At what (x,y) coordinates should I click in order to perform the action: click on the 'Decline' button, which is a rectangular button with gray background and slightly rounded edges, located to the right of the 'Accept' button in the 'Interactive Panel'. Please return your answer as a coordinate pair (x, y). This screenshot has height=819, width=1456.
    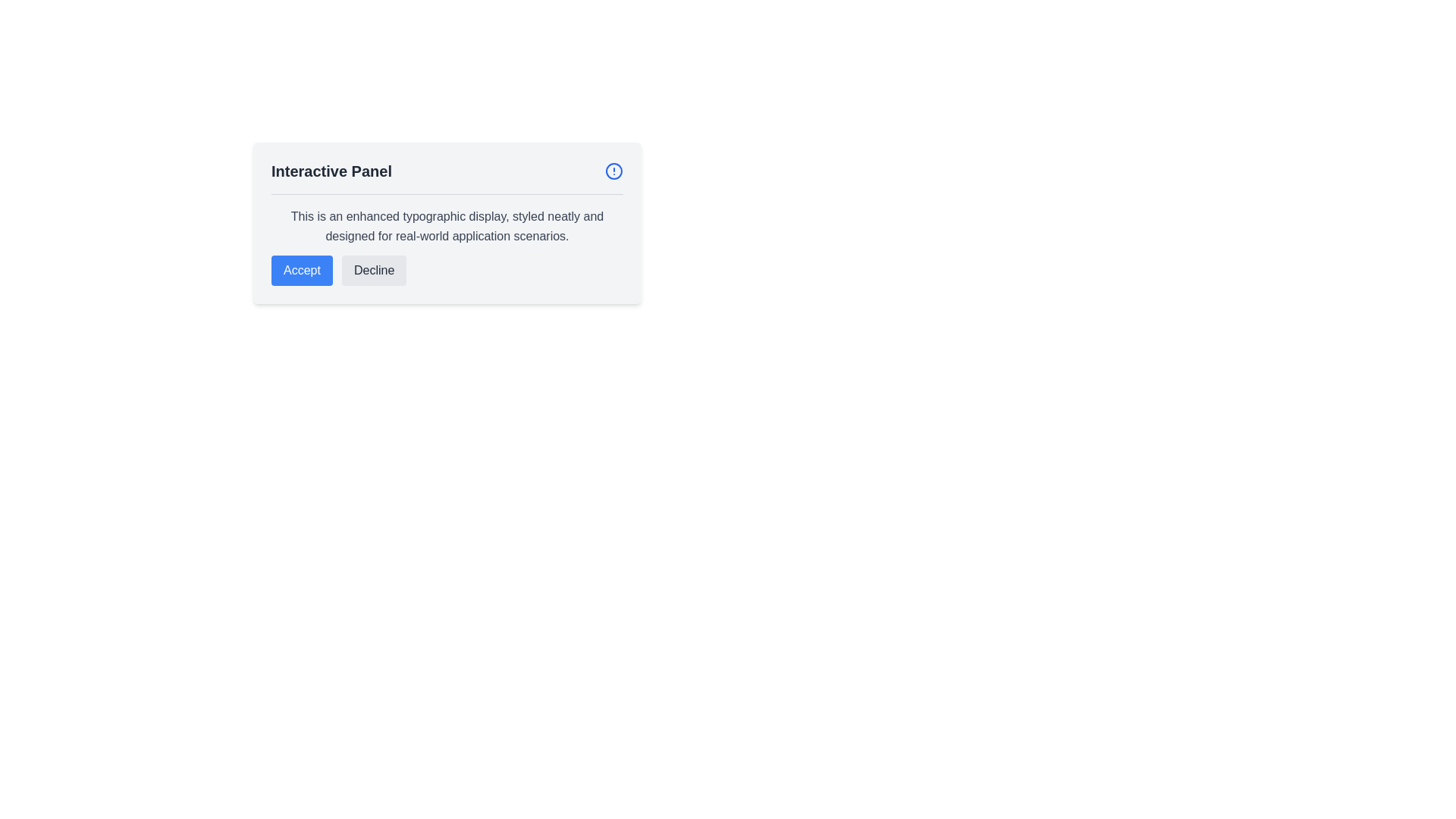
    Looking at the image, I should click on (374, 270).